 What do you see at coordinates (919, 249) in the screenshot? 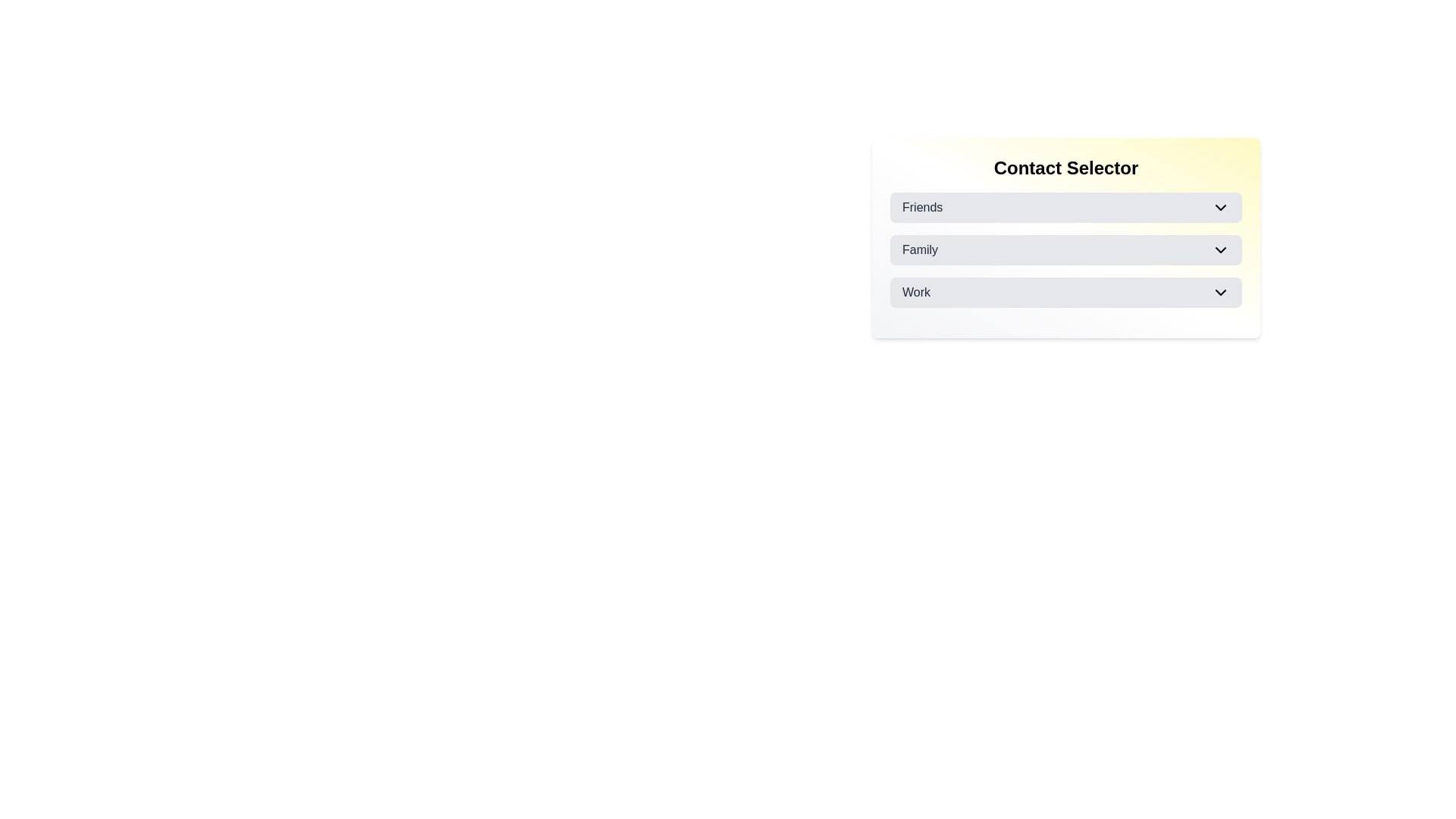
I see `the 'Family' text label, which identifies the second selectable option in the dropdown menu located between 'Friends' and 'Work'` at bounding box center [919, 249].